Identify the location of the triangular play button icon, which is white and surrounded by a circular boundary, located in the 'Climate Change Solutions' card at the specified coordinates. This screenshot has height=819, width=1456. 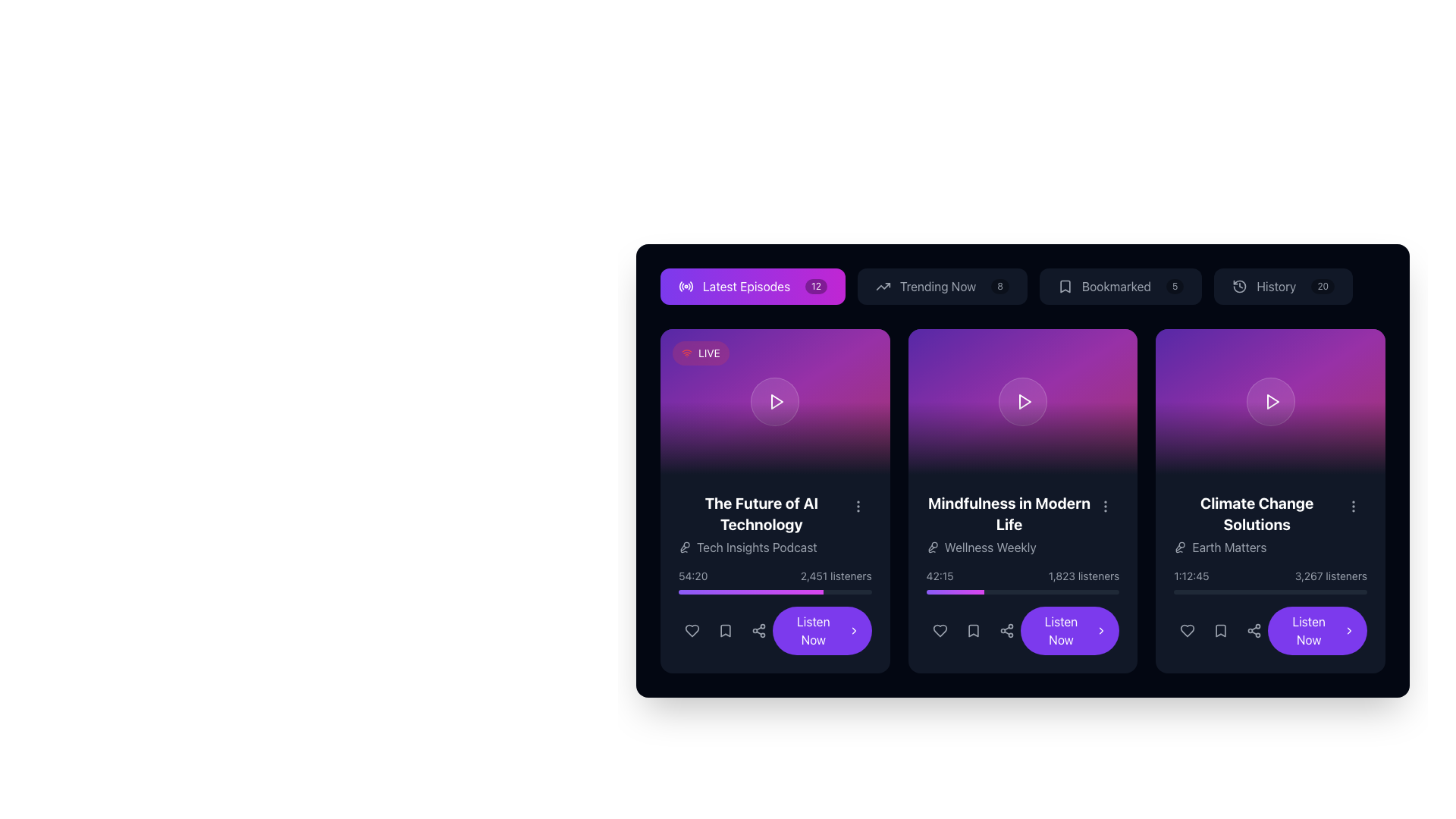
(1272, 400).